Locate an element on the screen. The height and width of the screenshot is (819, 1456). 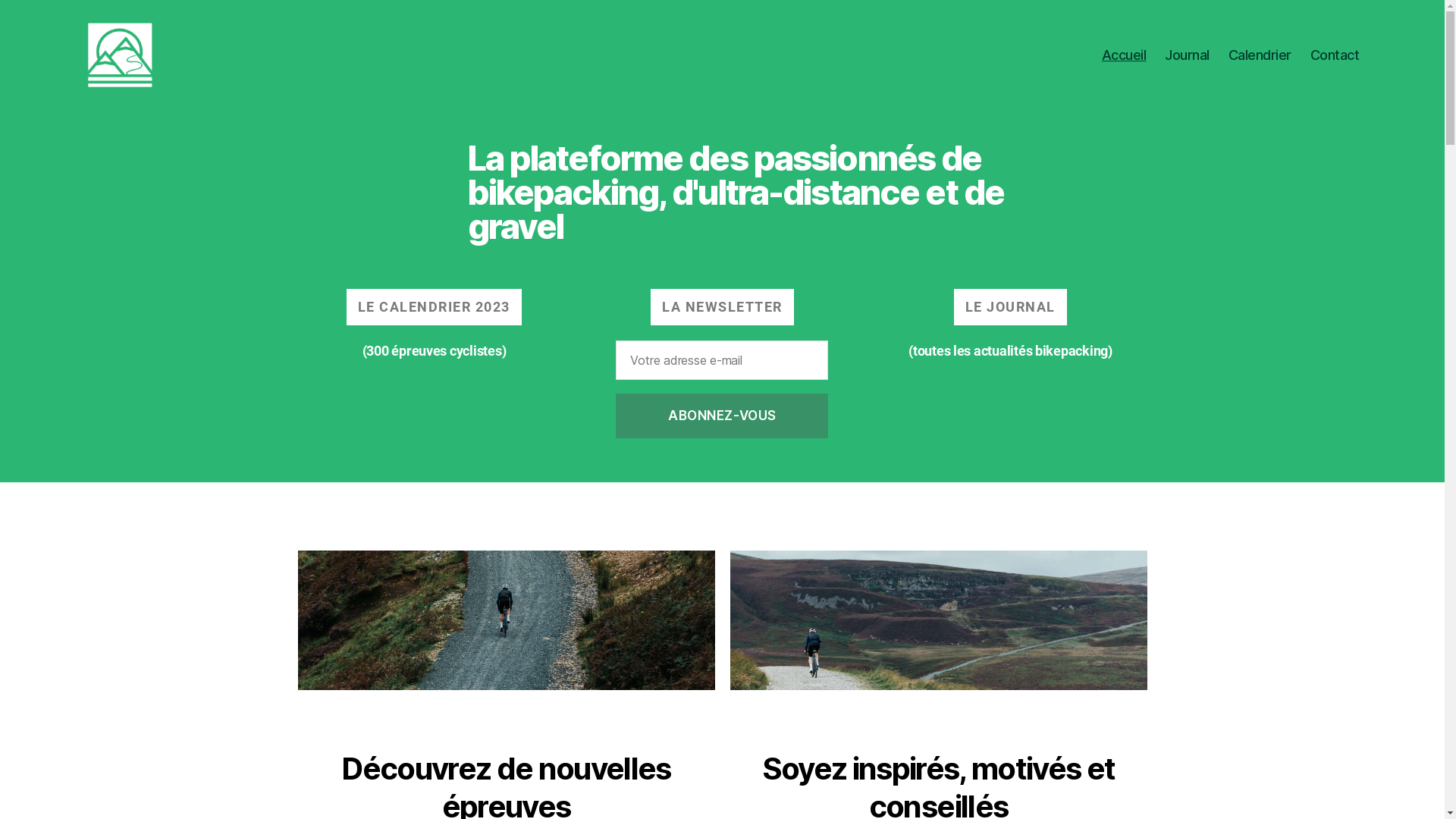
'Contact' is located at coordinates (1310, 55).